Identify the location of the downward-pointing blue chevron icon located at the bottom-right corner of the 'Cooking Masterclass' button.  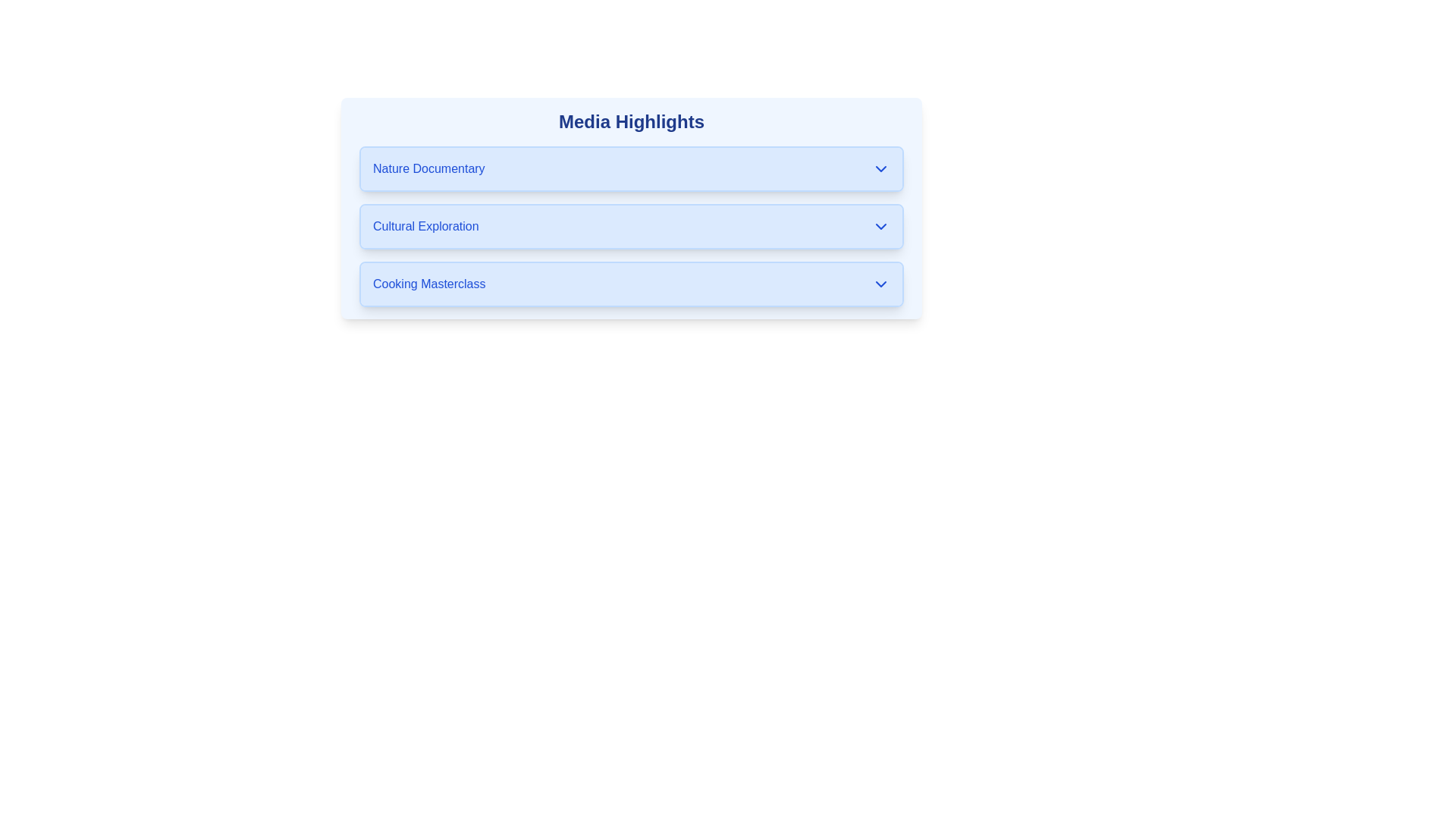
(880, 284).